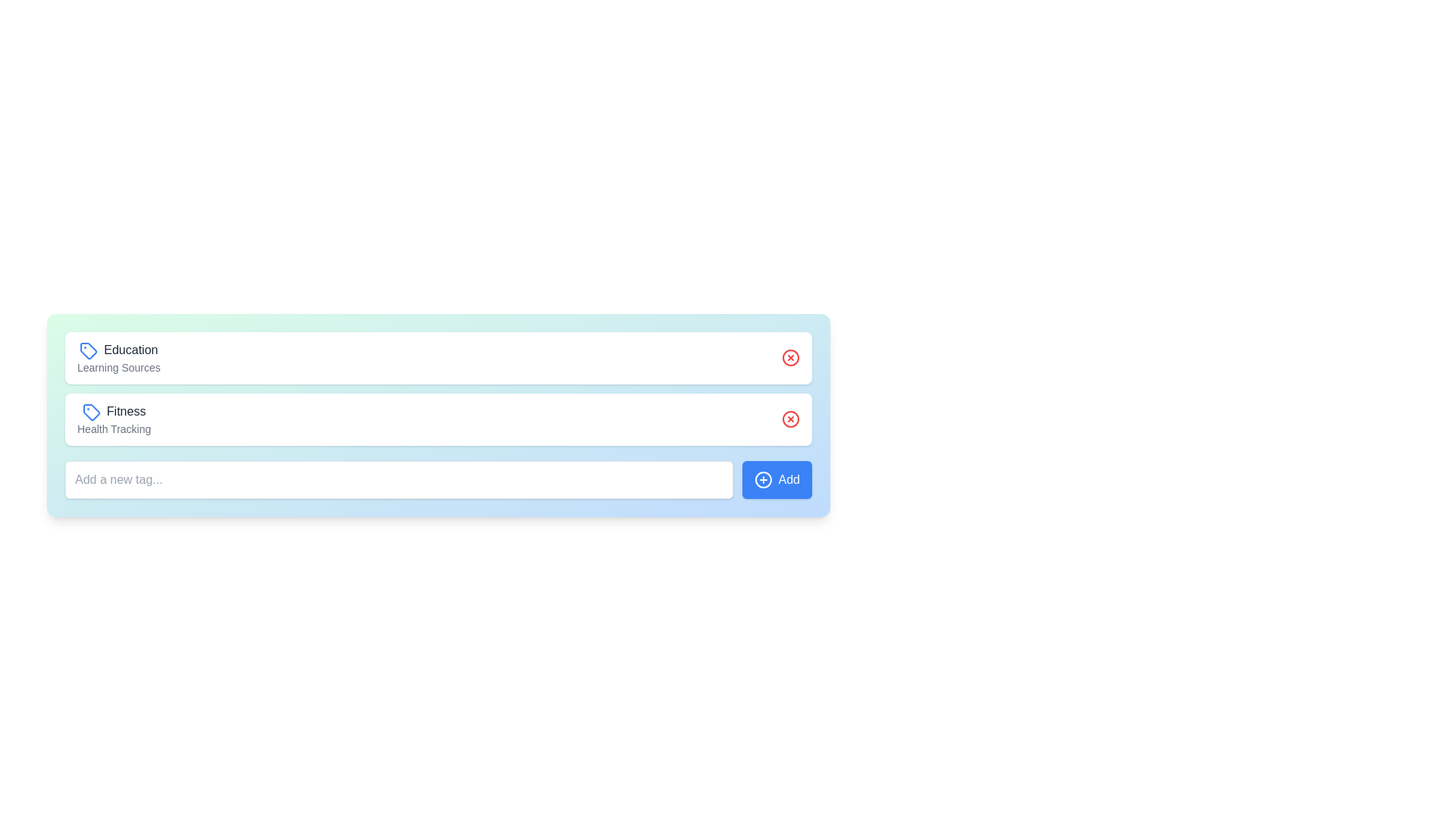  What do you see at coordinates (763, 479) in the screenshot?
I see `the circular icon with a plus symbol inside it, which is located to the right of the blue 'Add' button in the bottom right area of the interface` at bounding box center [763, 479].